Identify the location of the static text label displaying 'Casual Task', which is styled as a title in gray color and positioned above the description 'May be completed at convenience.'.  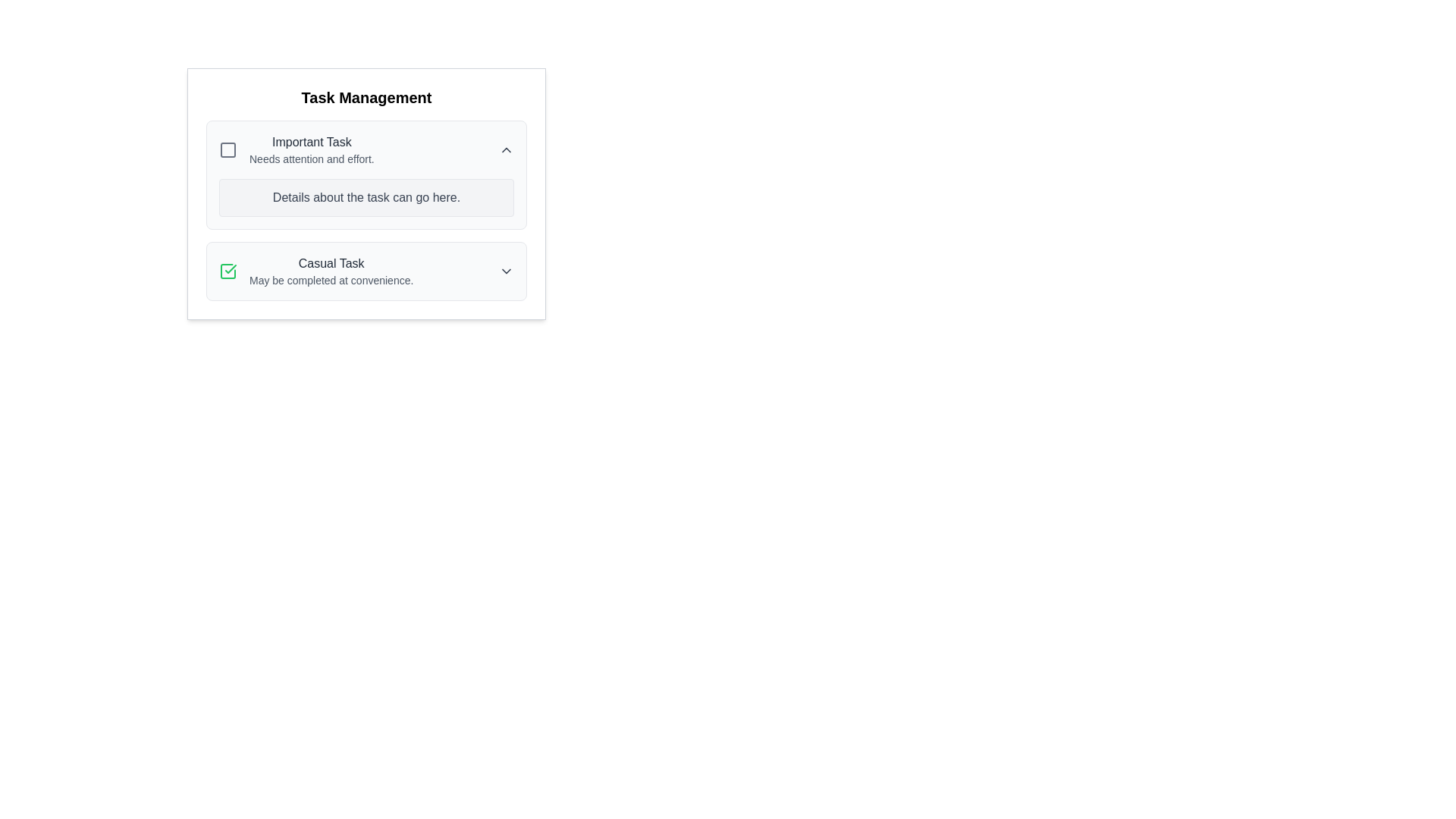
(331, 262).